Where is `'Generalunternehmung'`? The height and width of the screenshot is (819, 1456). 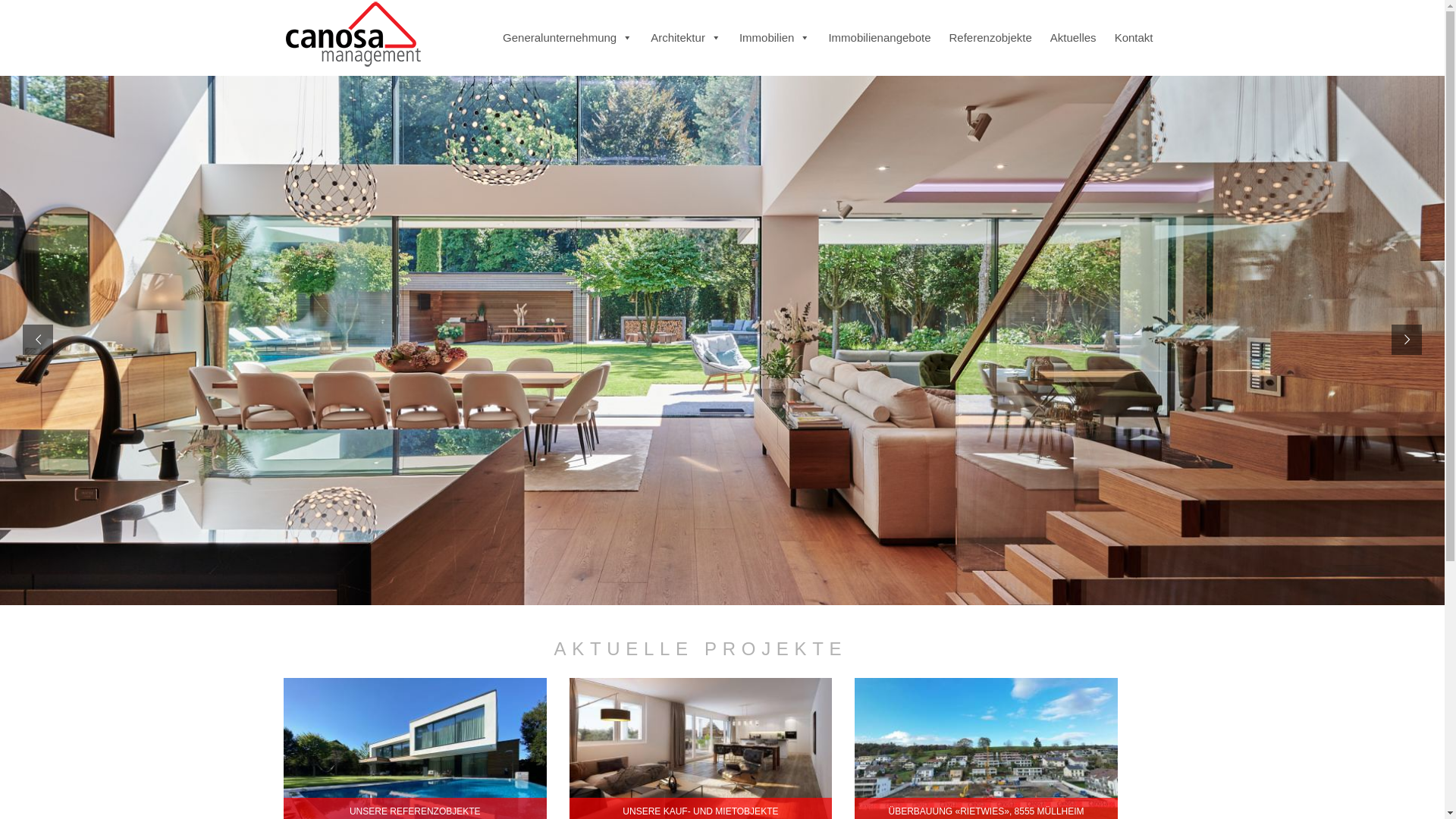
'Generalunternehmung' is located at coordinates (566, 37).